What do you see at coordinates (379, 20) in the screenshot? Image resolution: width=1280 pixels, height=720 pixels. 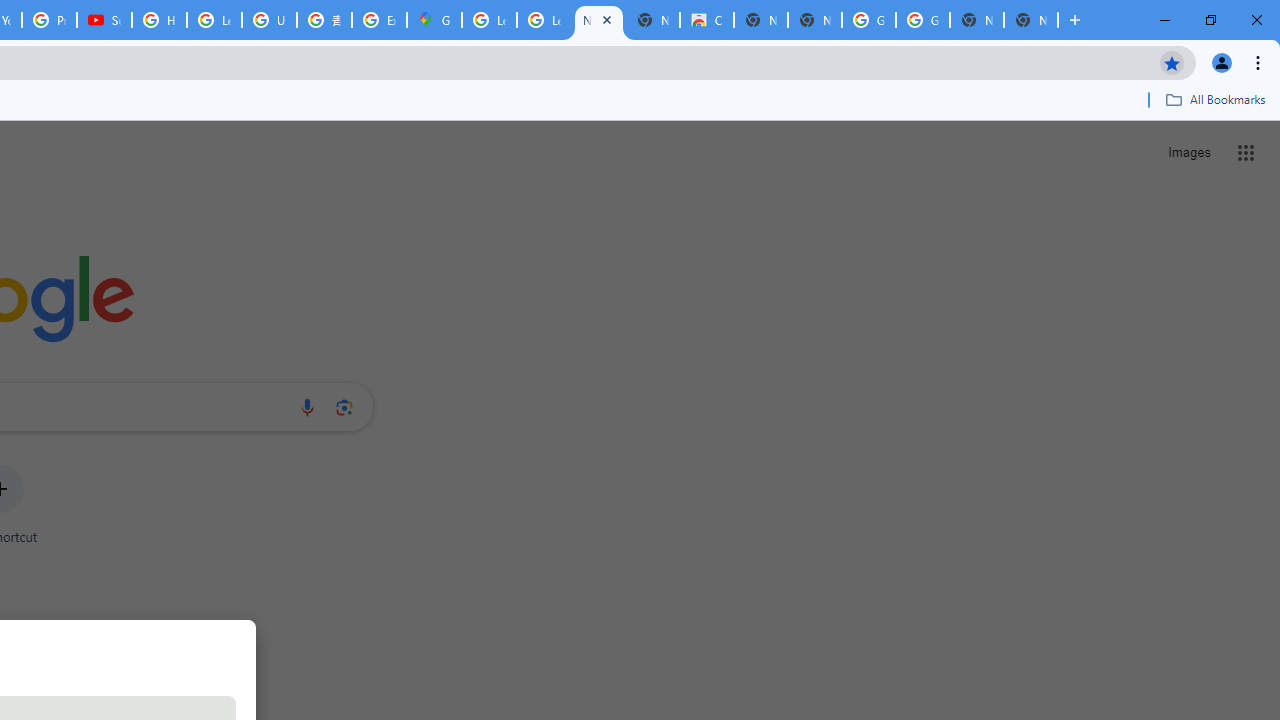 I see `'Explore new street-level details - Google Maps Help'` at bounding box center [379, 20].